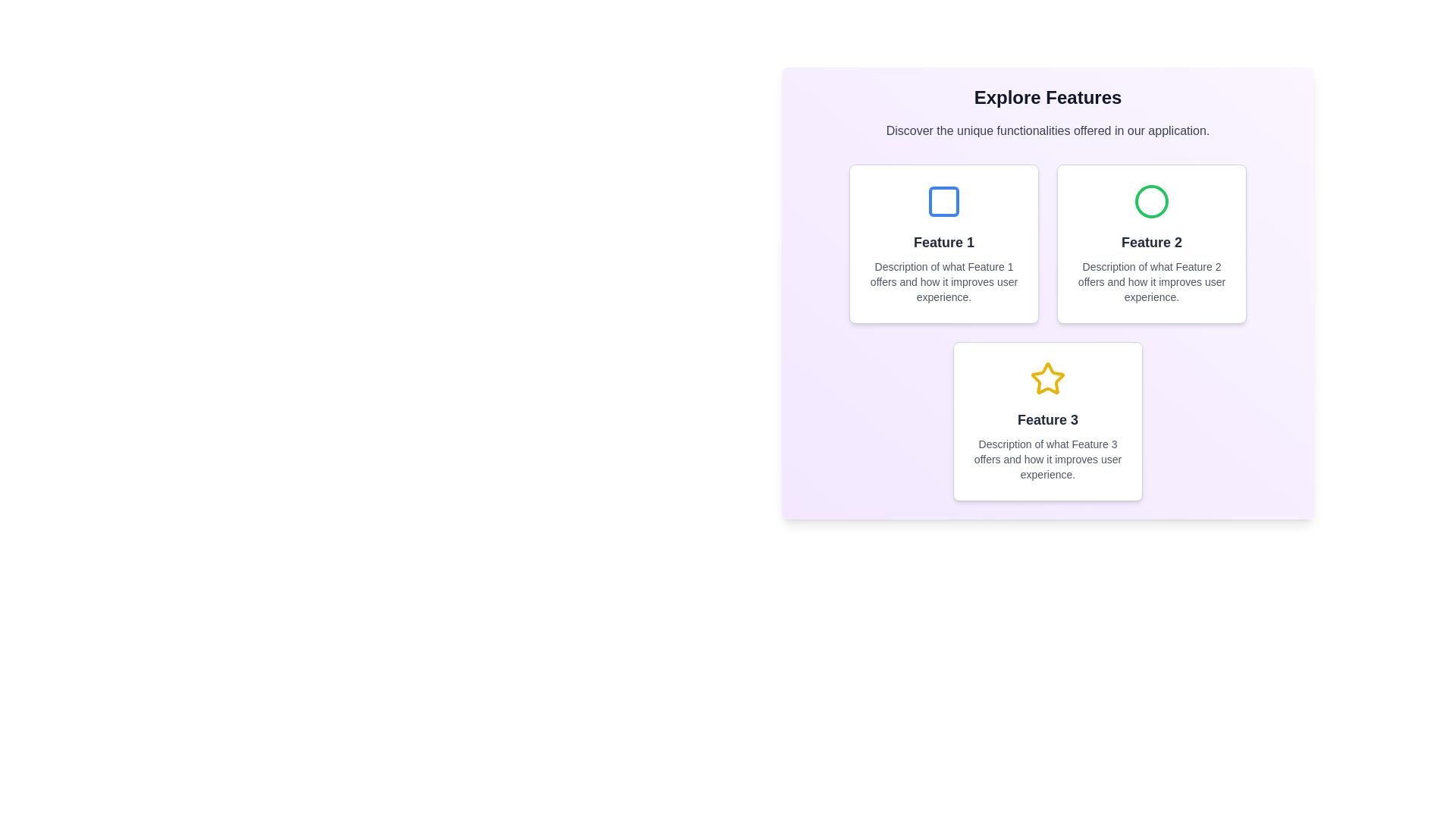  What do you see at coordinates (1047, 458) in the screenshot?
I see `the static text located beneath the heading 'Feature 3' in the third feature card of the grid layout` at bounding box center [1047, 458].